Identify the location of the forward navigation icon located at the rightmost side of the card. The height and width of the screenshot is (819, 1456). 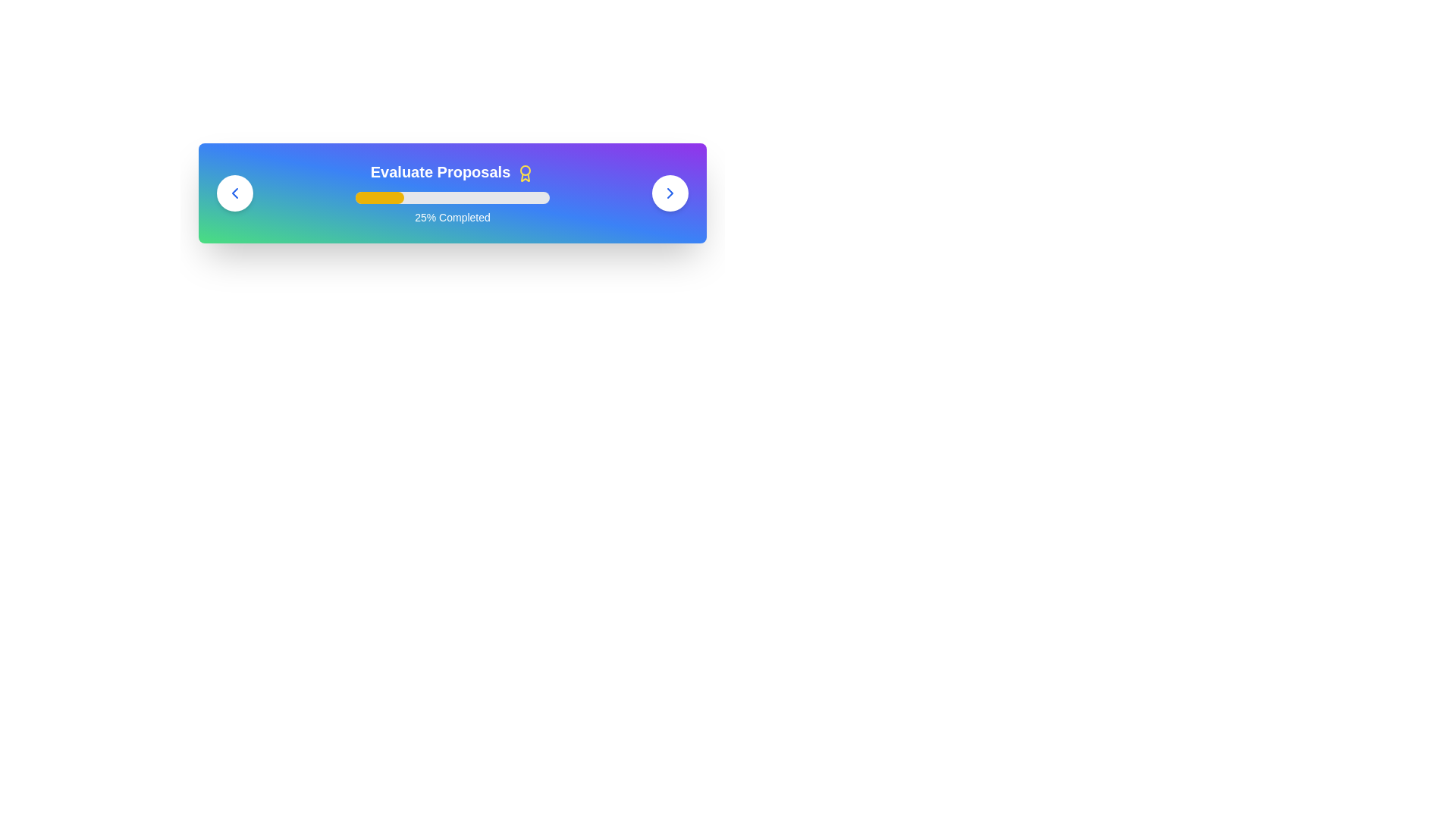
(669, 192).